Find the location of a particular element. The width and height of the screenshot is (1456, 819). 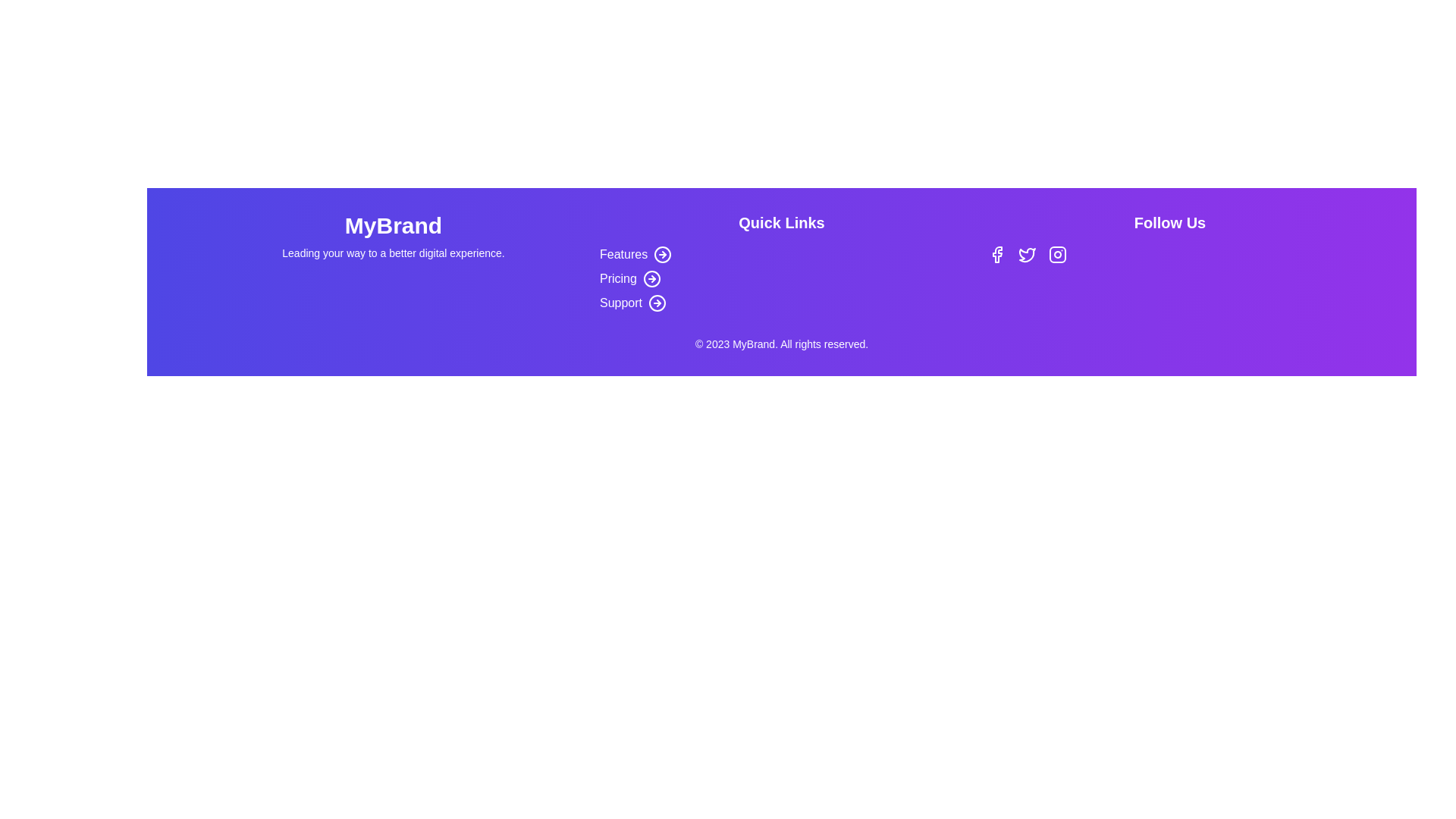

the stylized bird icon in the 'Follow Us' section of the purple footer banner is located at coordinates (1027, 253).